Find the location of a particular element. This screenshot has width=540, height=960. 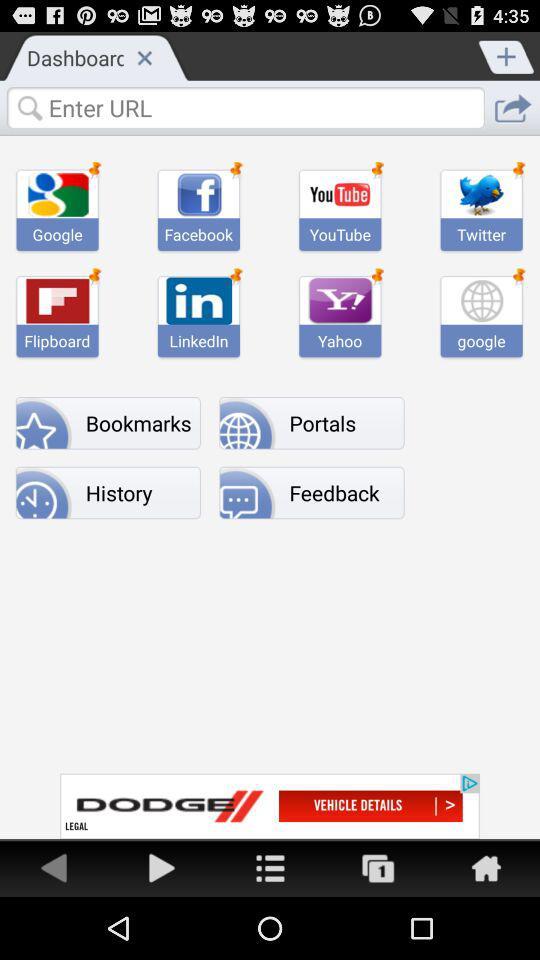

the logo below youtube logo is located at coordinates (340, 299).